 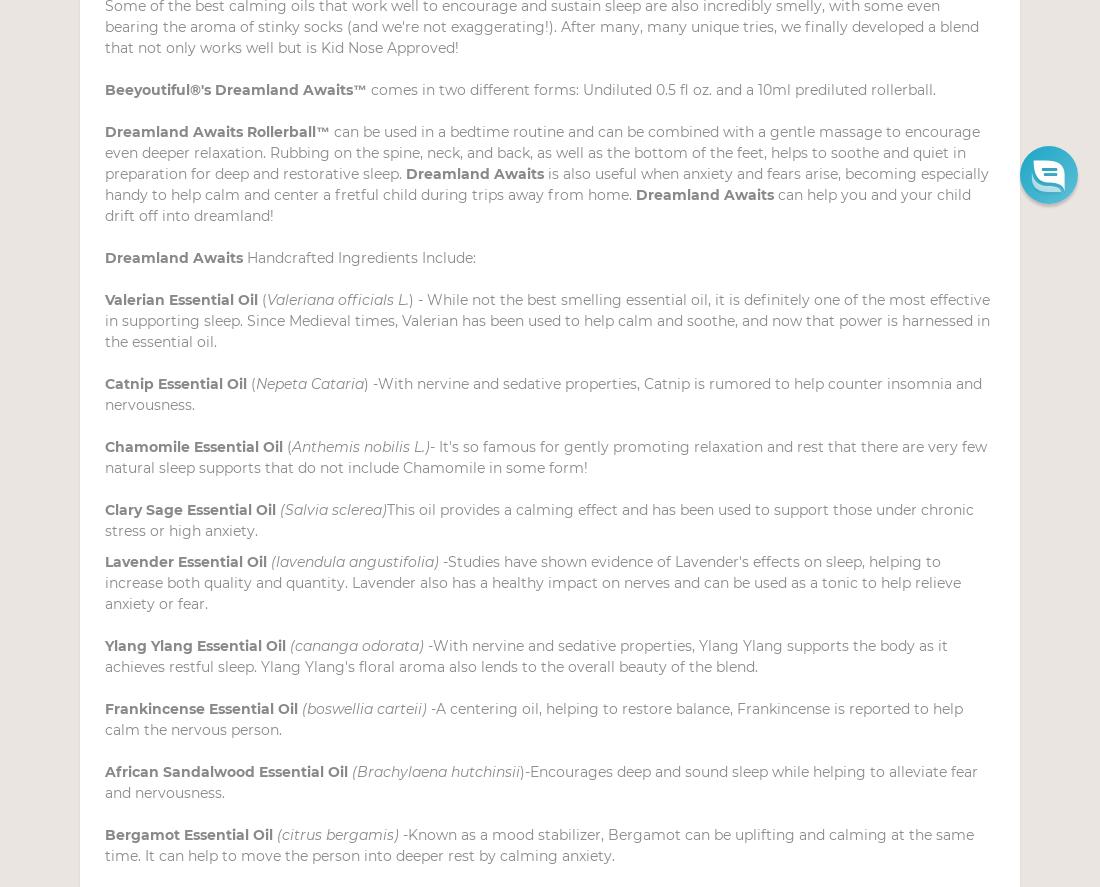 I want to click on 'Valerian Essential Oil', so click(x=105, y=299).